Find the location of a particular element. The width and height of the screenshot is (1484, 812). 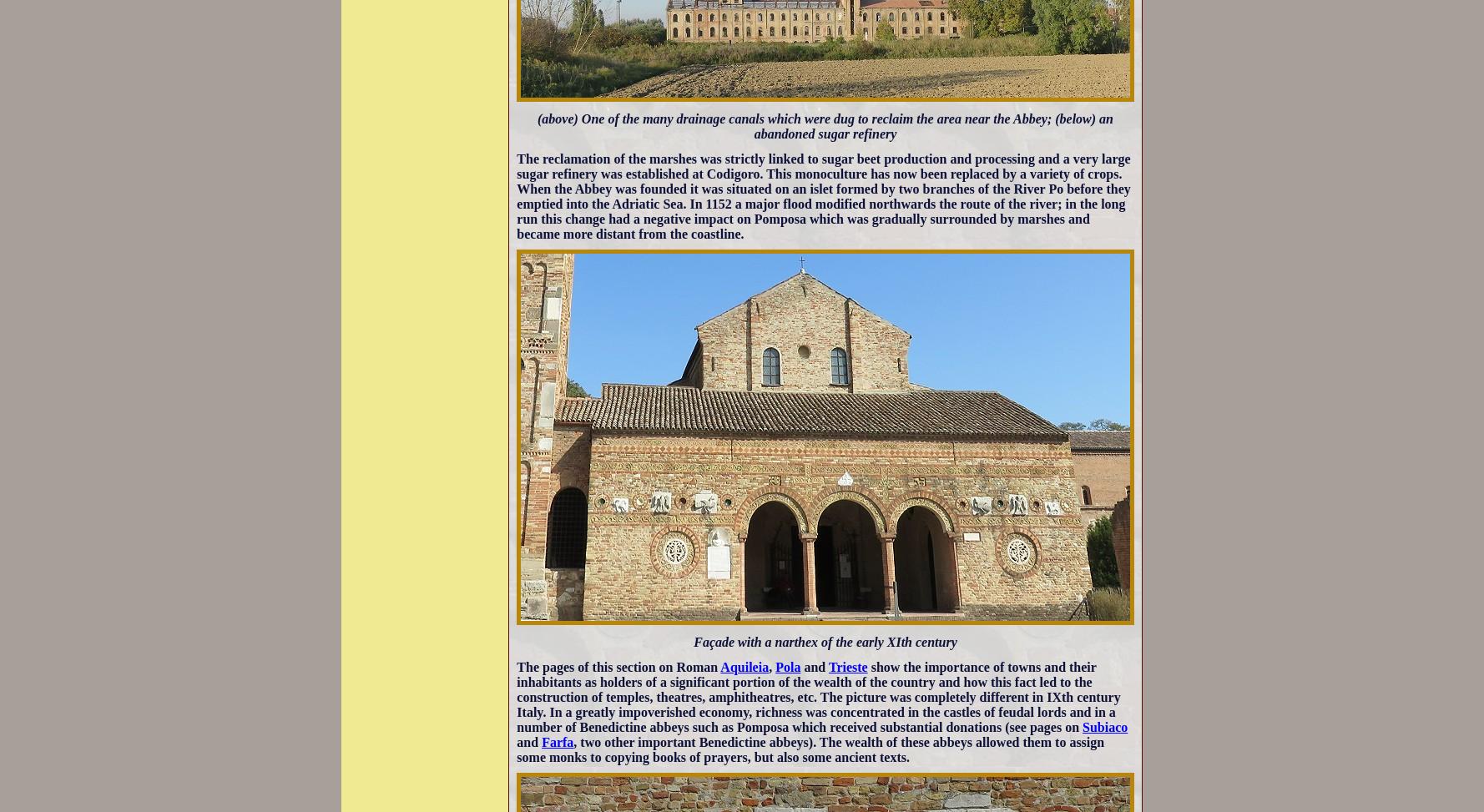

'show the importance of towns and their inhabitants as holders of a significant portion of the wealth of the country and how this fact led to the construction of temples, theatres, amphitheatres, etc. 
The picture was completely different in IXth century Italy. In a greatly impoverished economy, richness was concentrated in the castles of feudal lords and in a number of Benedictine abbeys such as Pomposa which received substantial donations (see pages on' is located at coordinates (817, 696).